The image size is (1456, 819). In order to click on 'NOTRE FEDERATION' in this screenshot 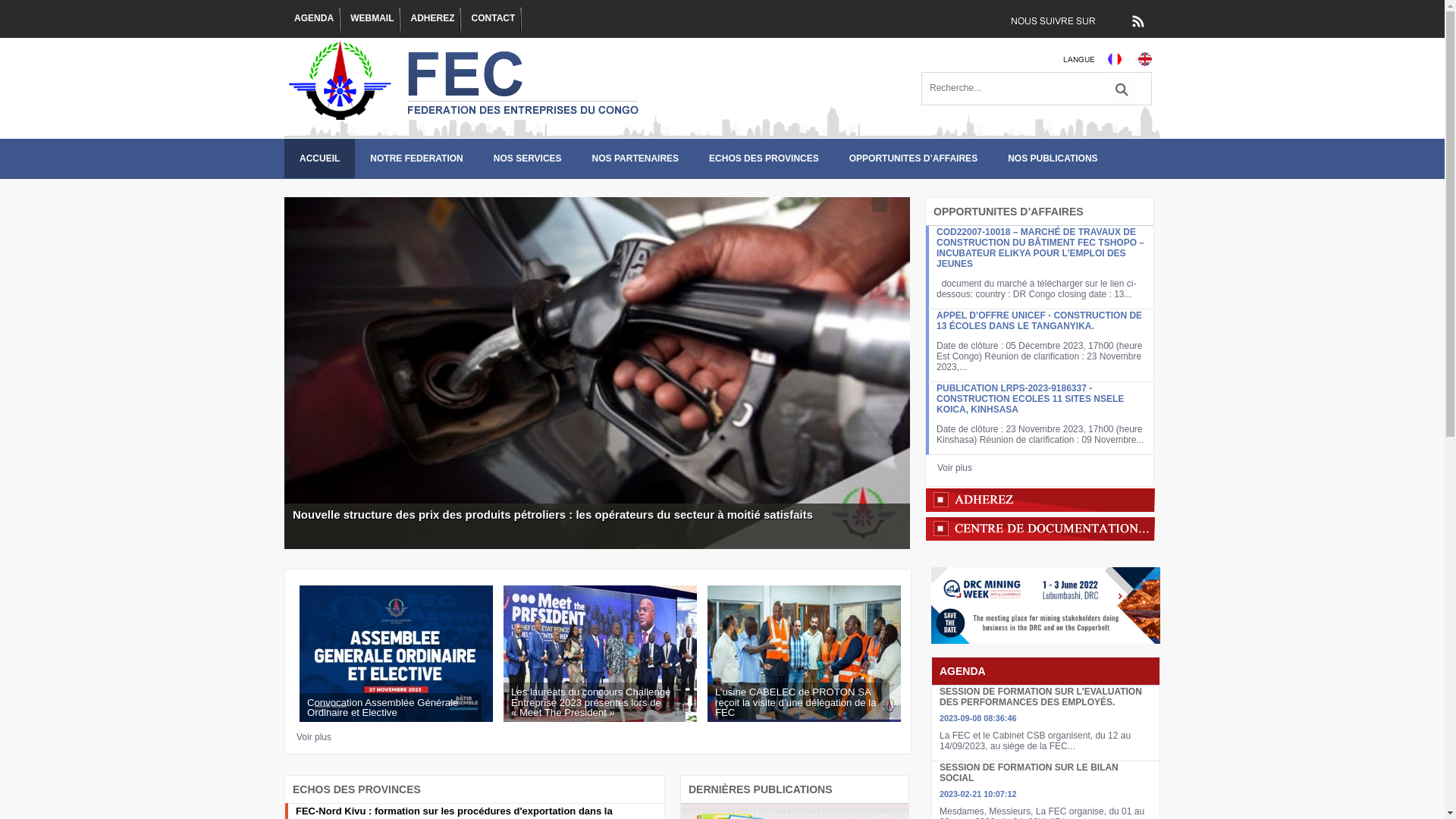, I will do `click(353, 158)`.